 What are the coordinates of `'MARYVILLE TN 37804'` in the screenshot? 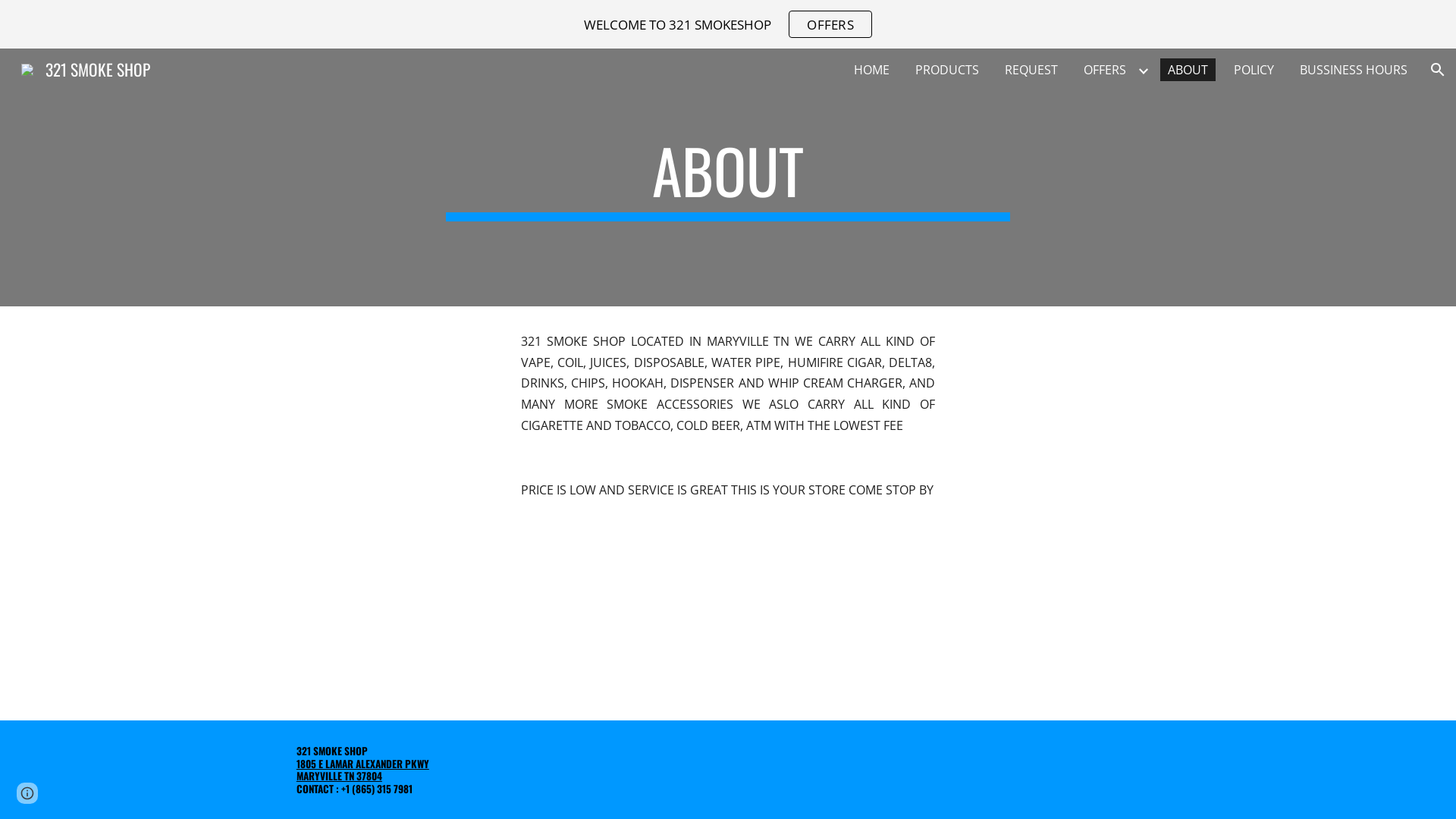 It's located at (338, 776).